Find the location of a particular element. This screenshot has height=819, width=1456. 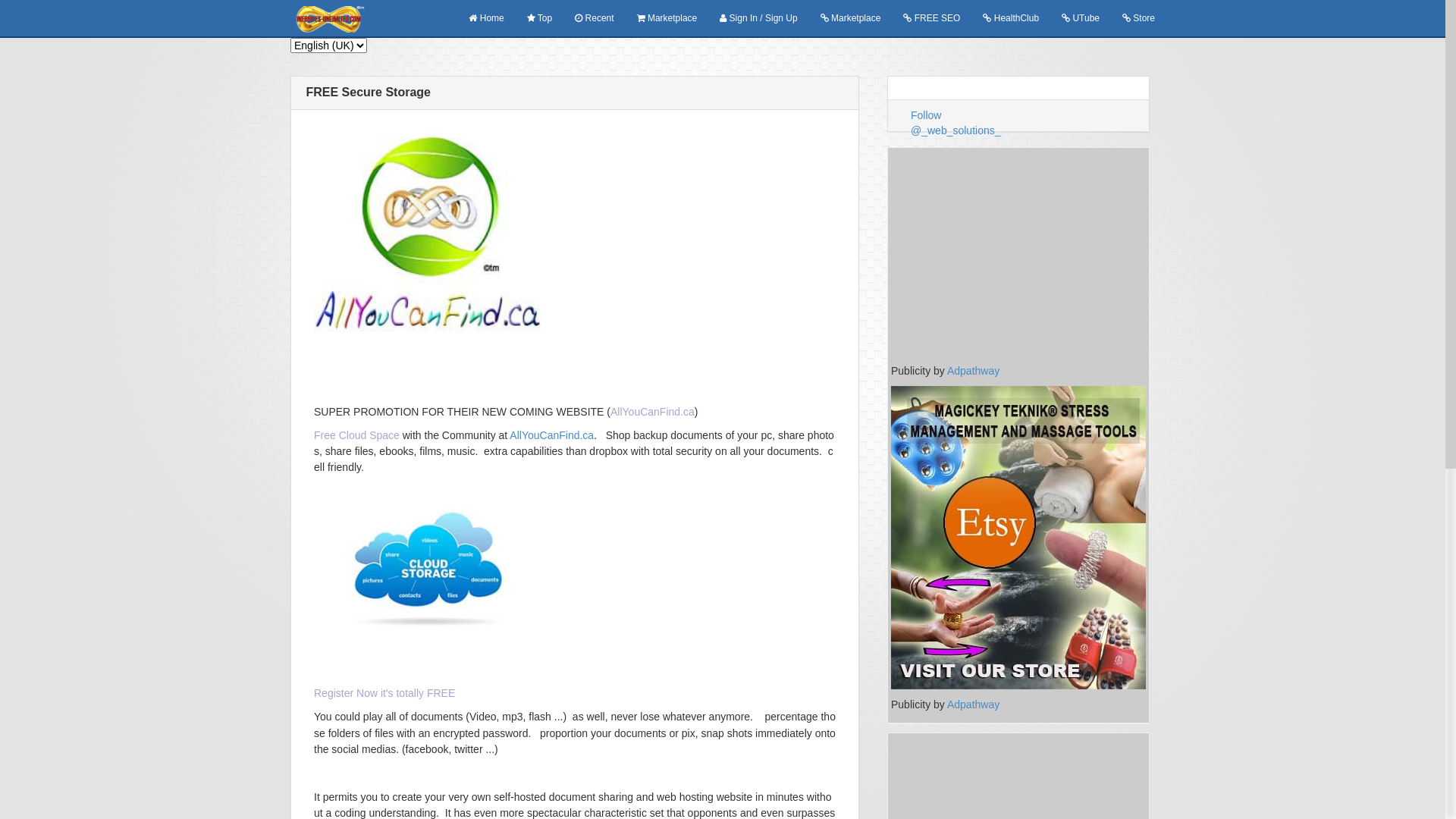

'Free Cloud Space' is located at coordinates (312, 435).